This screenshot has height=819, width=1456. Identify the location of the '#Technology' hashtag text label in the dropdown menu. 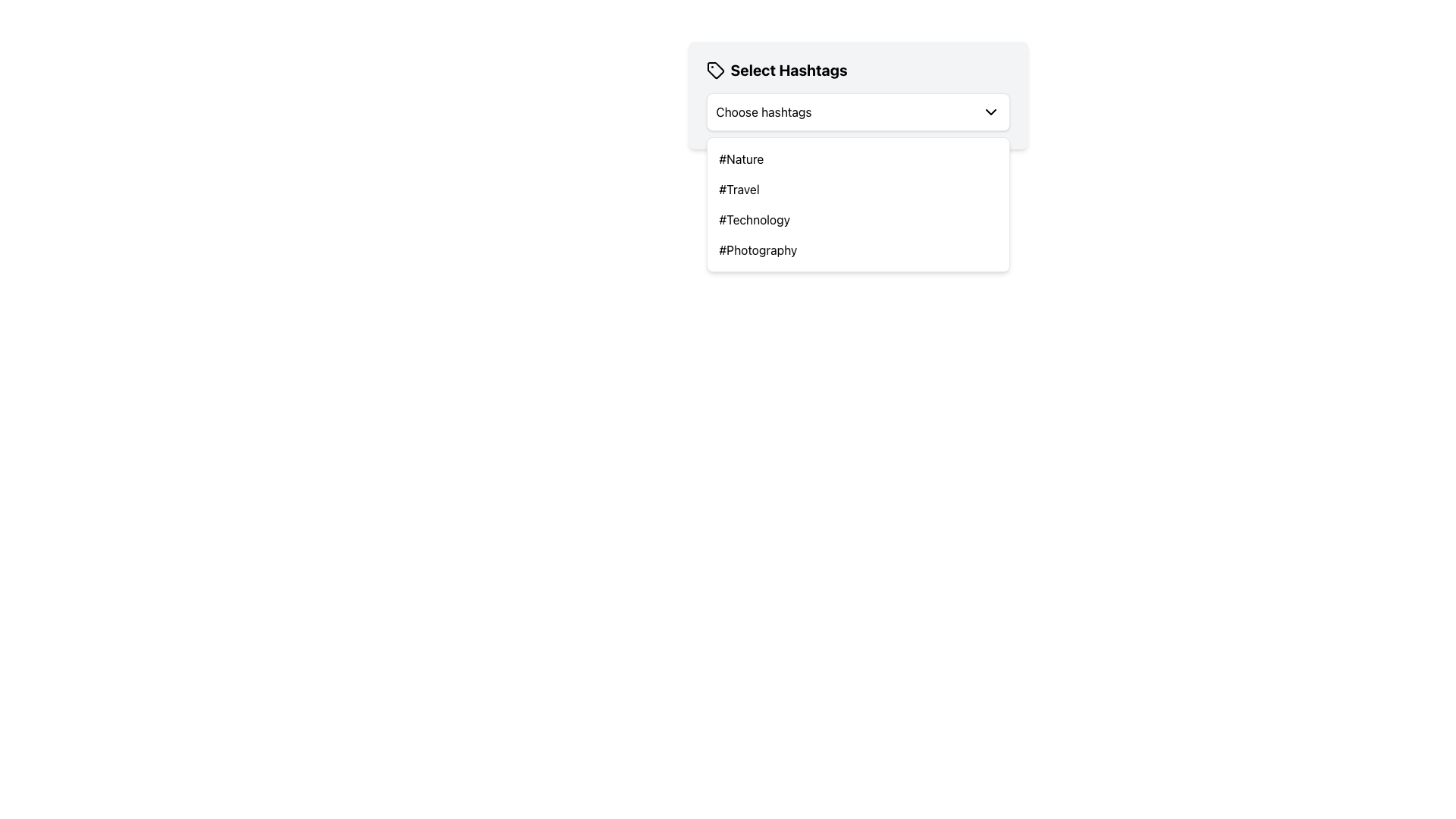
(755, 219).